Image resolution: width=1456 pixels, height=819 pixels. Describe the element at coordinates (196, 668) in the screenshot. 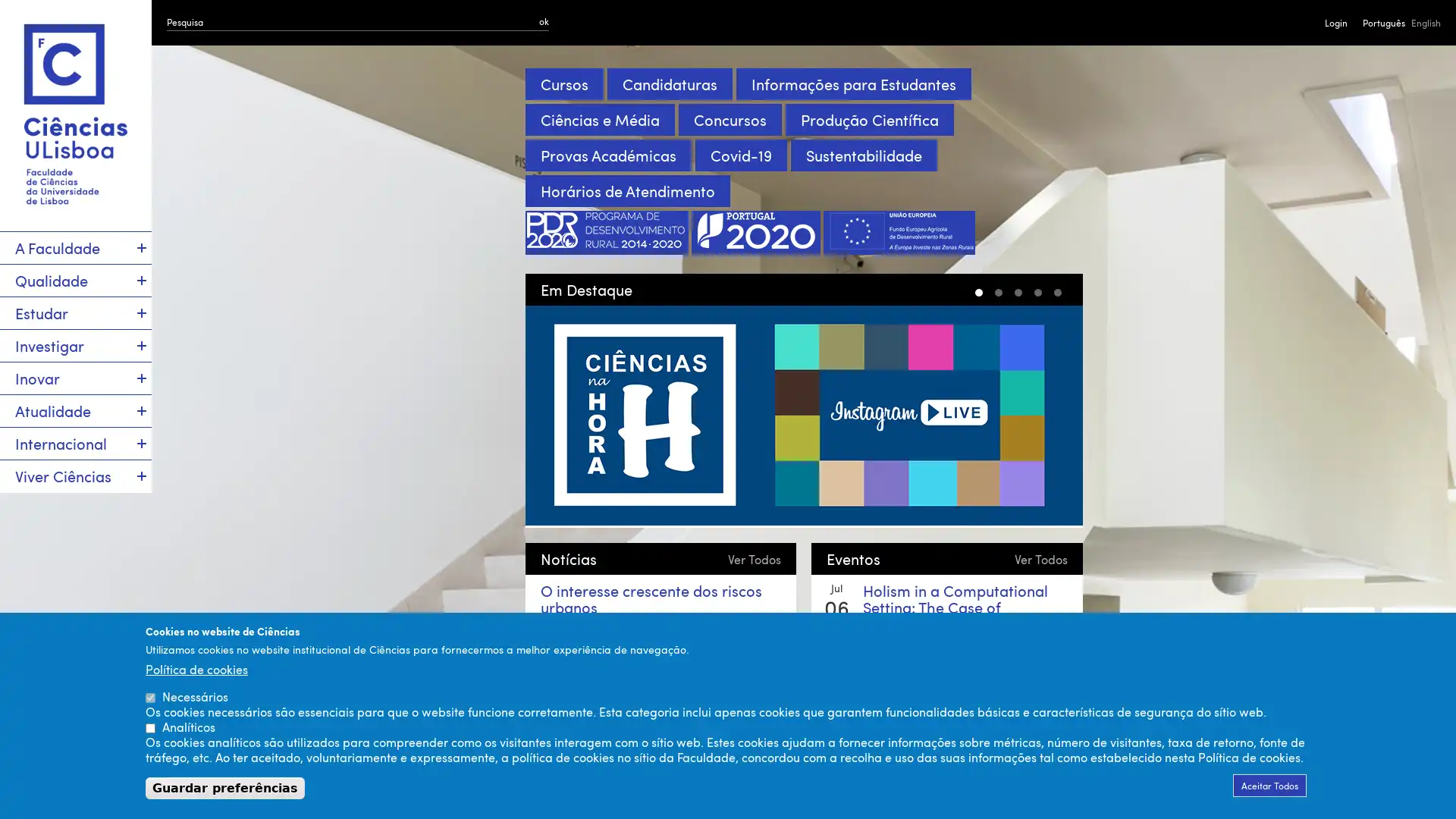

I see `Politica de cookies` at that location.